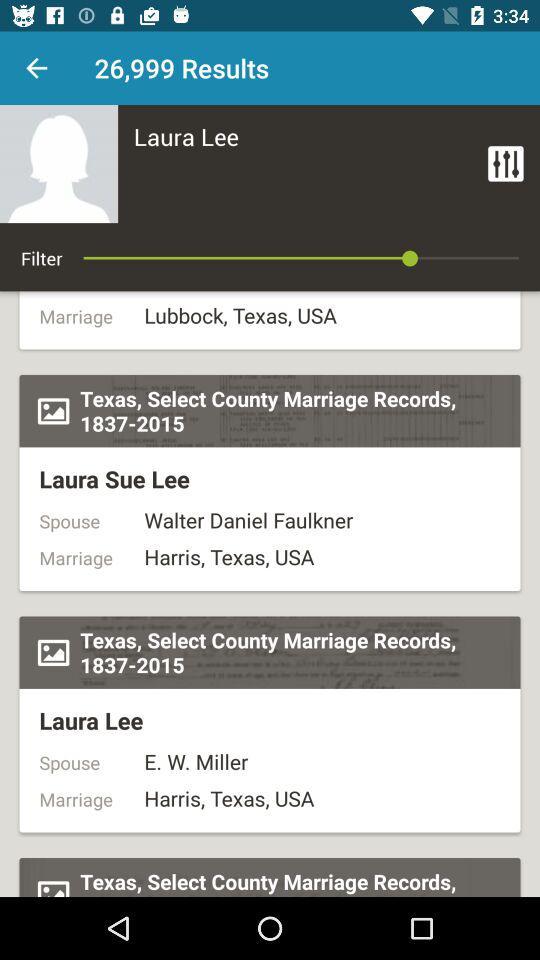 The height and width of the screenshot is (960, 540). Describe the element at coordinates (504, 162) in the screenshot. I see `item next to the laura lee icon` at that location.